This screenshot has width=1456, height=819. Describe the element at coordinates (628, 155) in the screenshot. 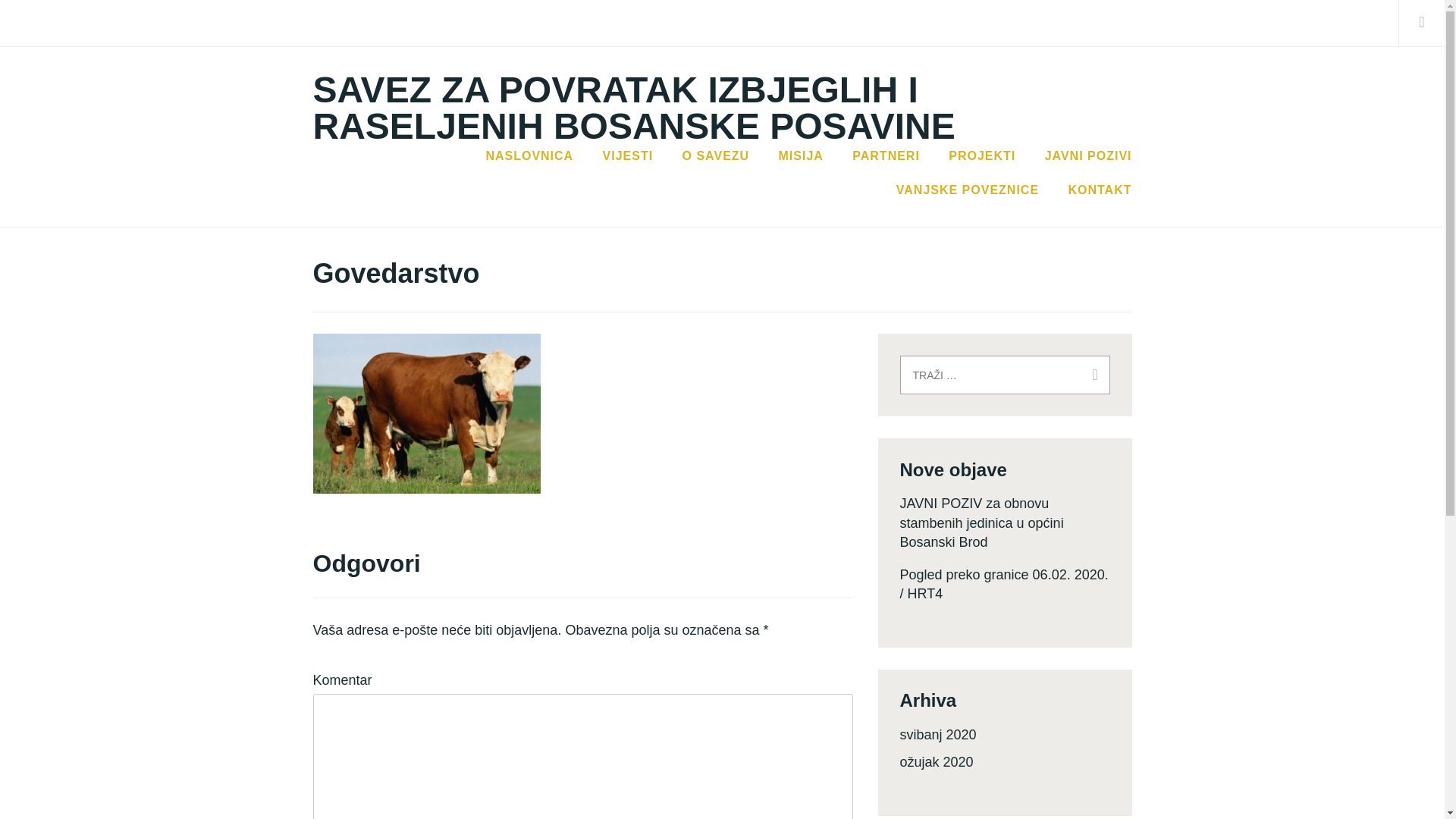

I see `'VIJESTI'` at that location.